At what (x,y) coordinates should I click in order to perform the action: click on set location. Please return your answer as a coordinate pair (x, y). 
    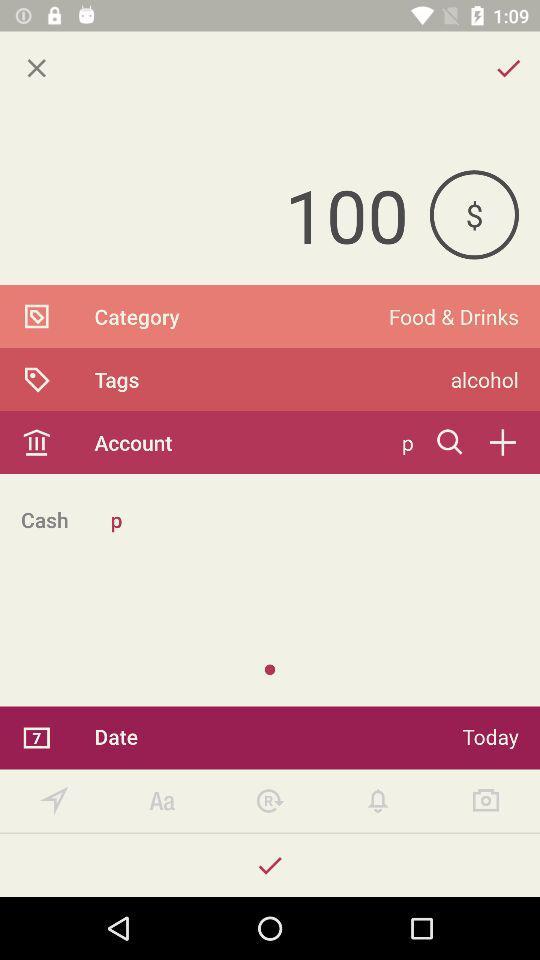
    Looking at the image, I should click on (54, 801).